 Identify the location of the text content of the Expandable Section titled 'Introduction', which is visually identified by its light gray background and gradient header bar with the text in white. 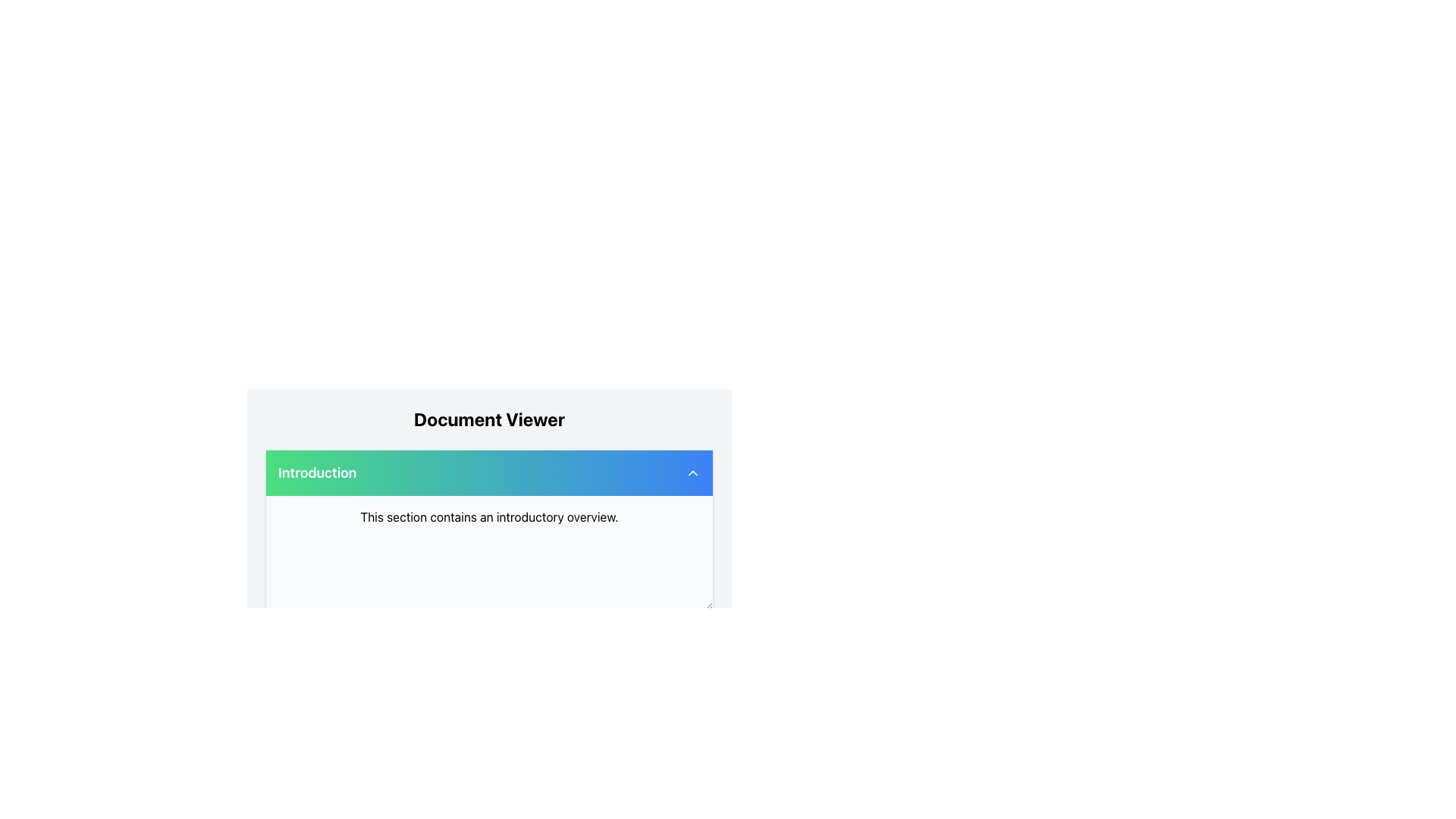
(489, 529).